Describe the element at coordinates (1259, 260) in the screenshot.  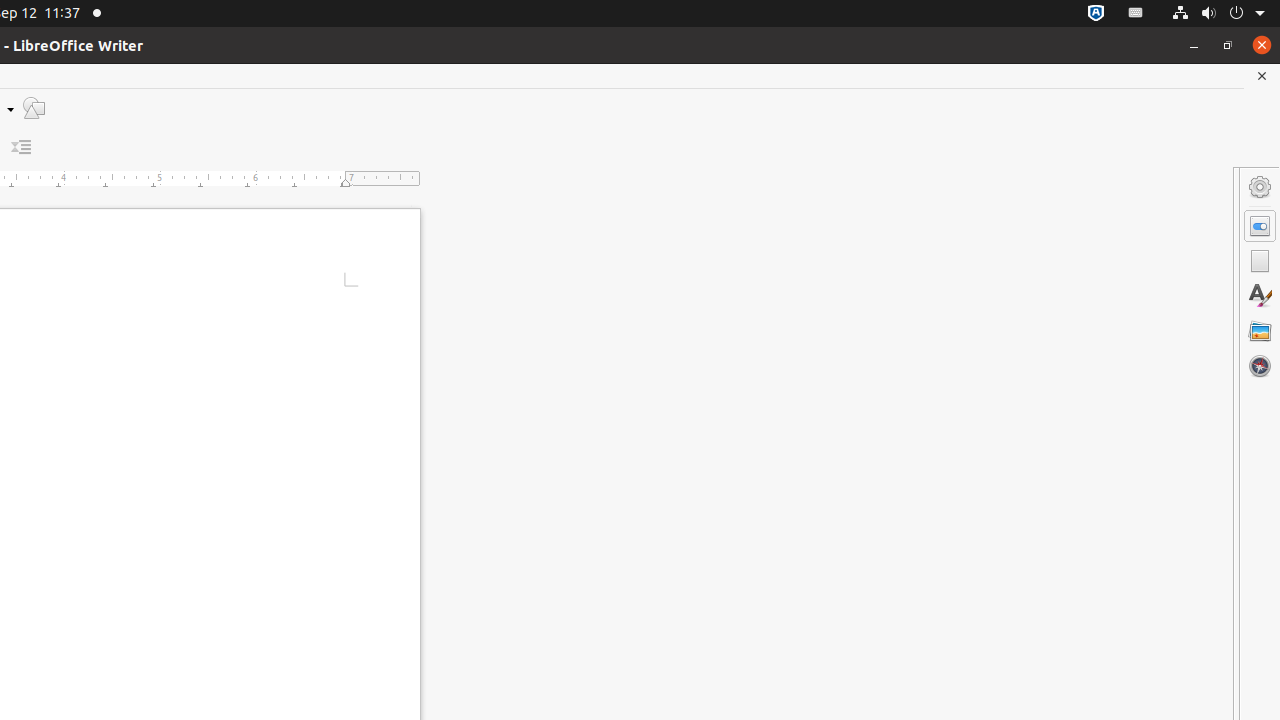
I see `'Page'` at that location.